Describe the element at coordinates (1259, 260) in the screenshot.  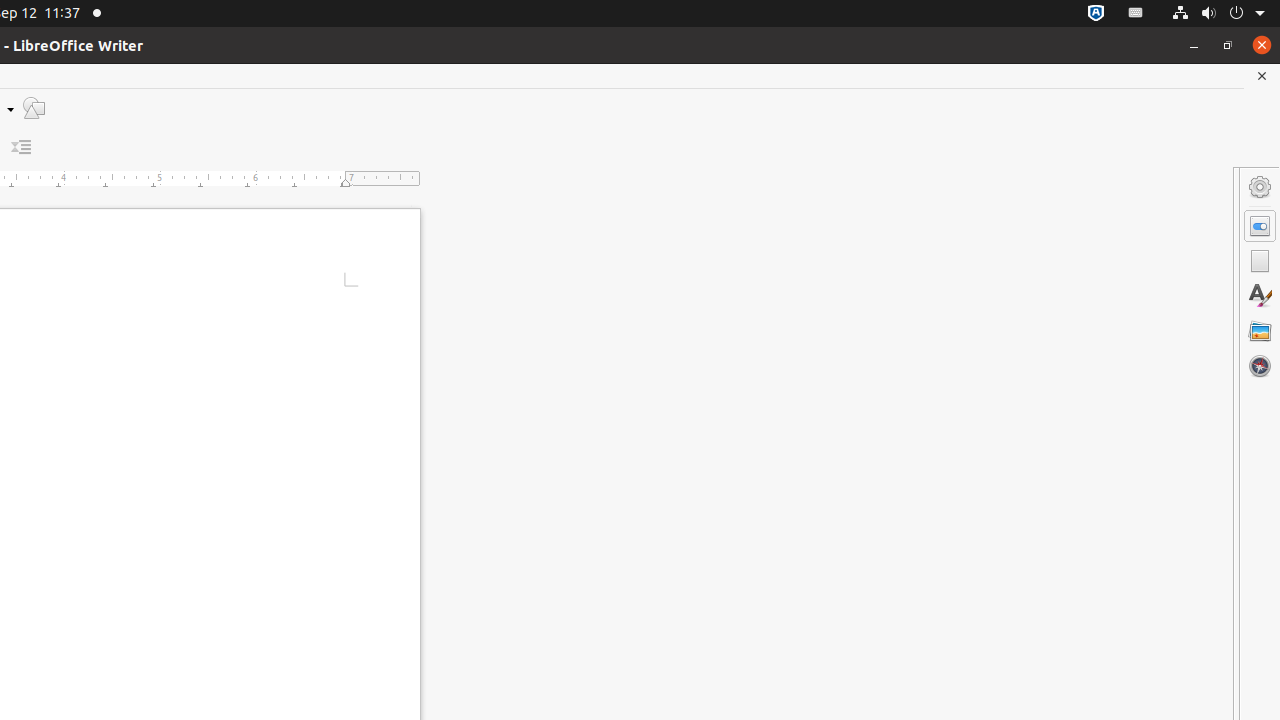
I see `'Page'` at that location.